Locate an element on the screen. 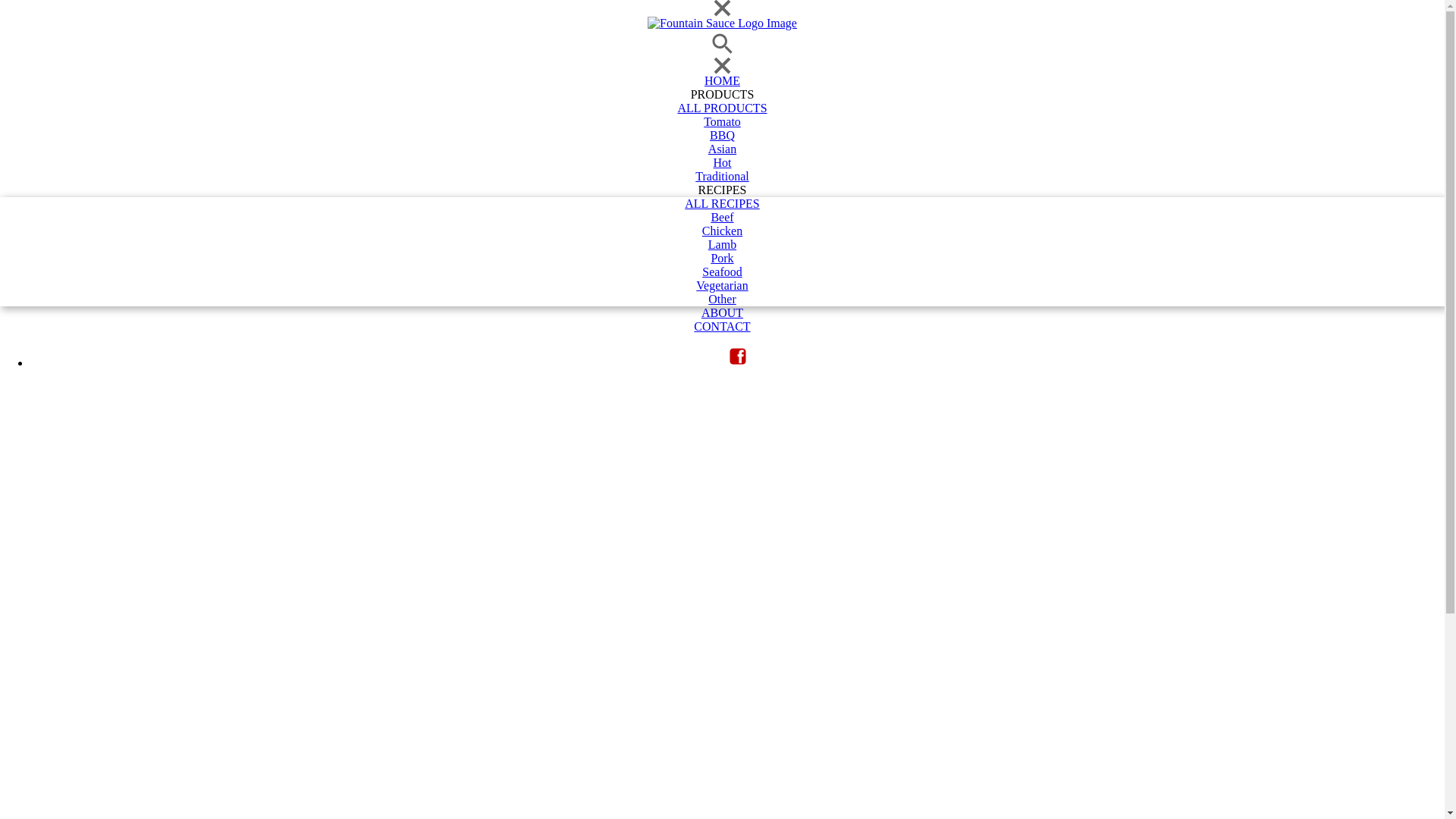 The image size is (1456, 819). 'RECIPES' is located at coordinates (721, 189).